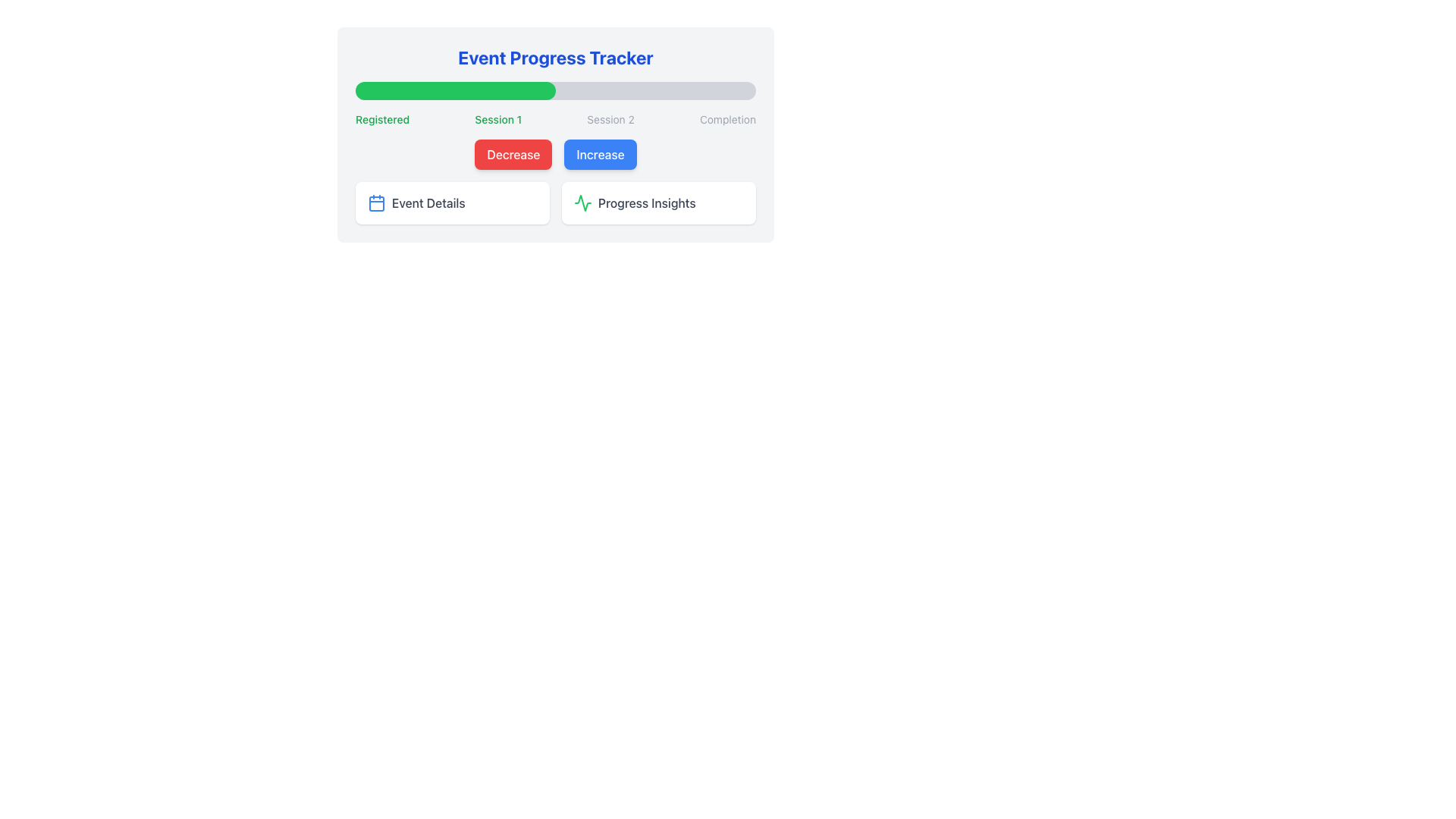  Describe the element at coordinates (600, 155) in the screenshot. I see `the 'Increase' button, which is a rectangular button with a bright blue background and white text, positioned to the right of the red 'Decrease' button` at that location.